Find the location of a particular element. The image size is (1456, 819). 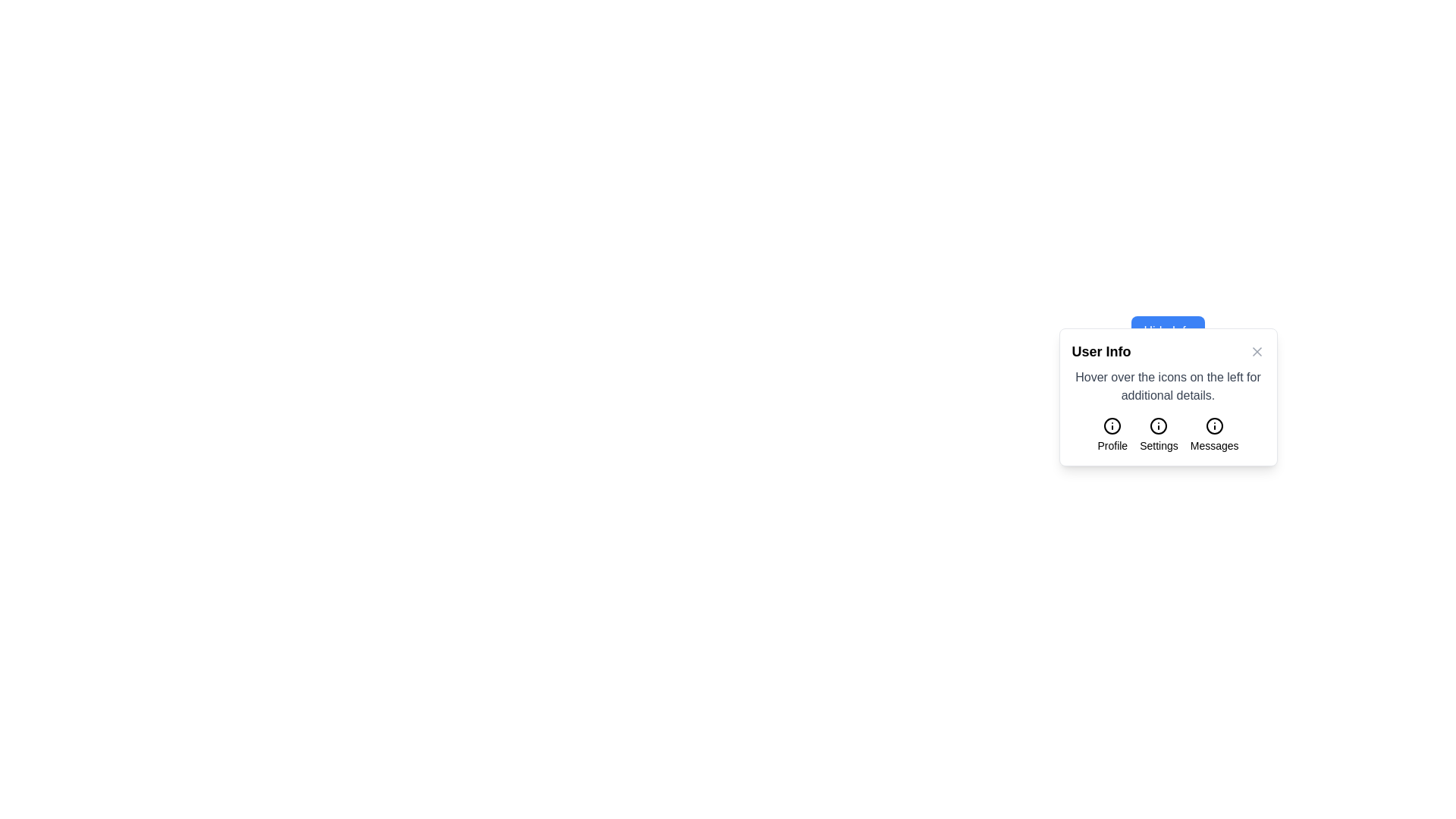

the circular information icon with a black stroke on a white background, located under 'User Info' next to 'Messages' is located at coordinates (1214, 426).